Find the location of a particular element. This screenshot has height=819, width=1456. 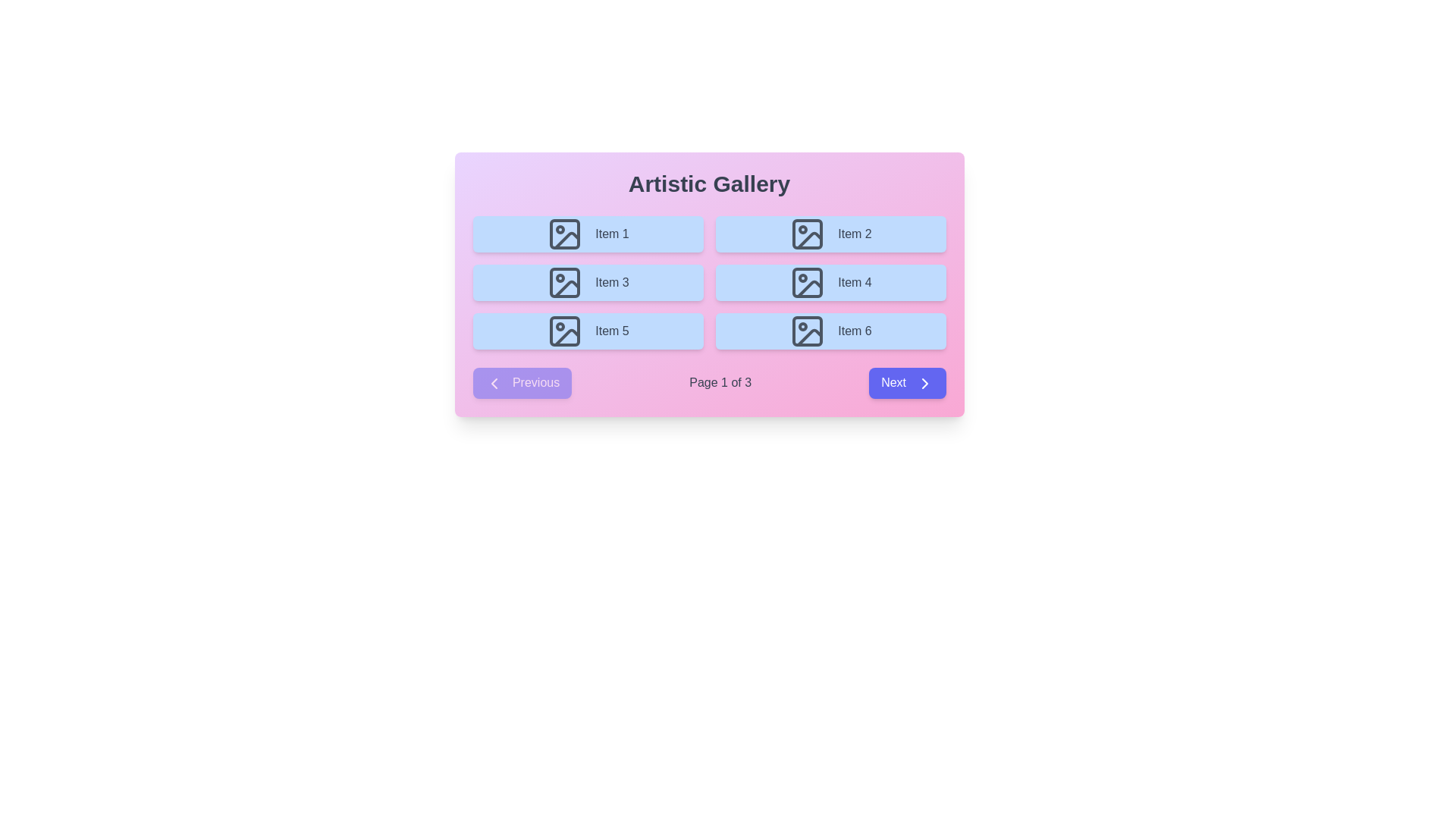

current page number displayed in the center of the pagination control bar, which shows 'Page 1 of 3' is located at coordinates (708, 382).